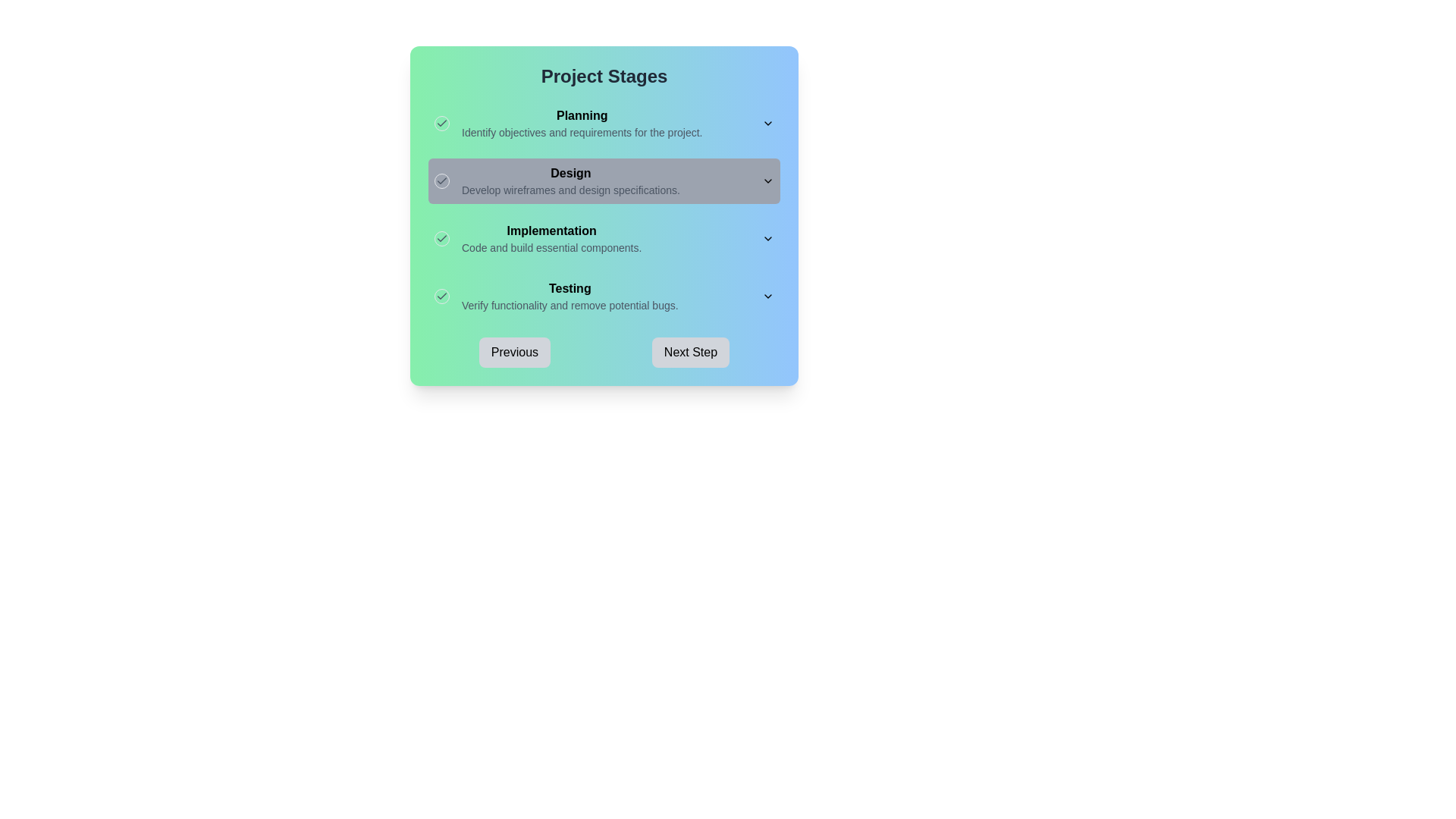 The width and height of the screenshot is (1456, 819). Describe the element at coordinates (551, 231) in the screenshot. I see `the text label displaying 'Implementation', which is in bold font and serves as the title of a project stage element` at that location.